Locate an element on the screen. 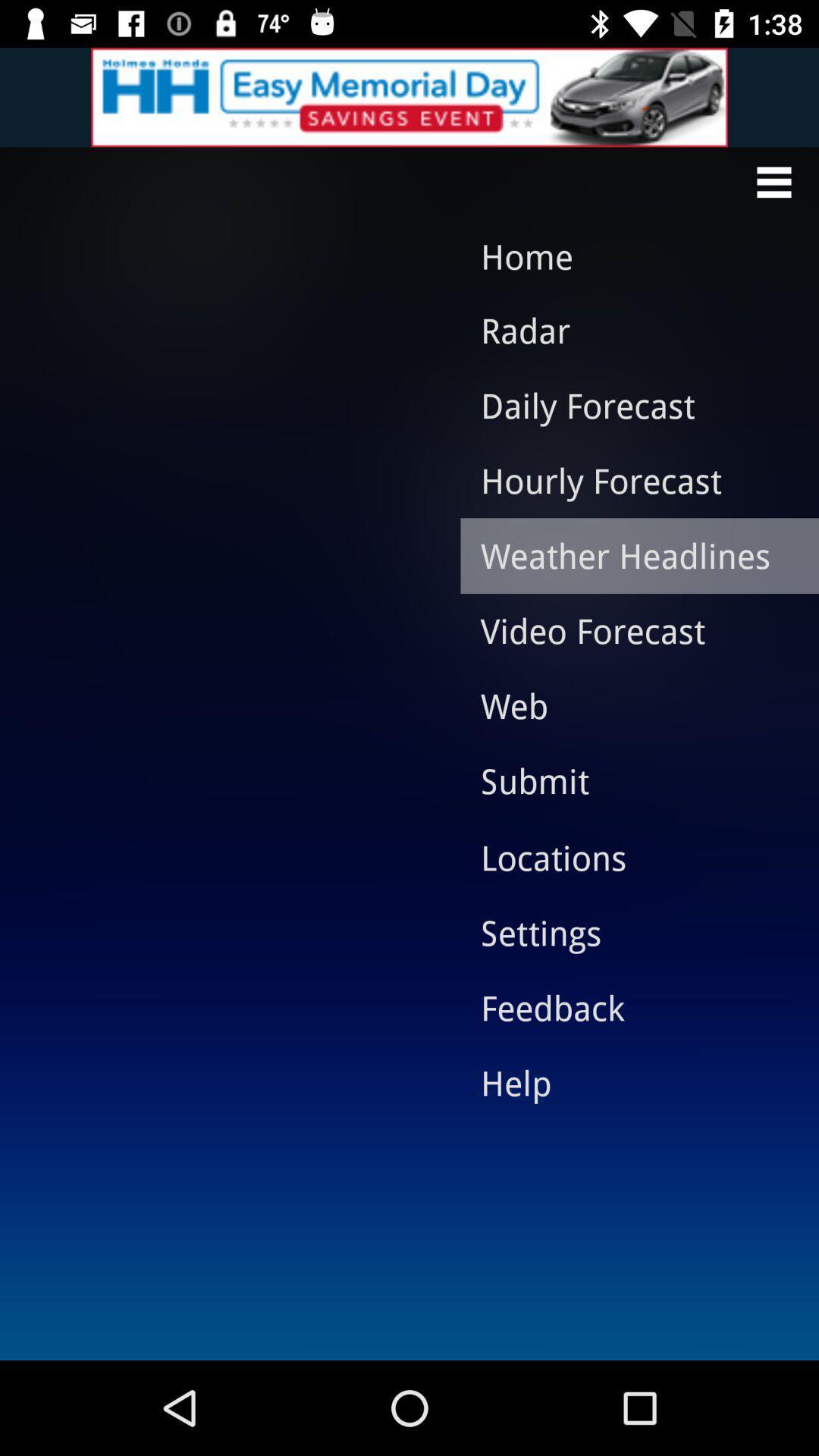  radar item is located at coordinates (628, 329).